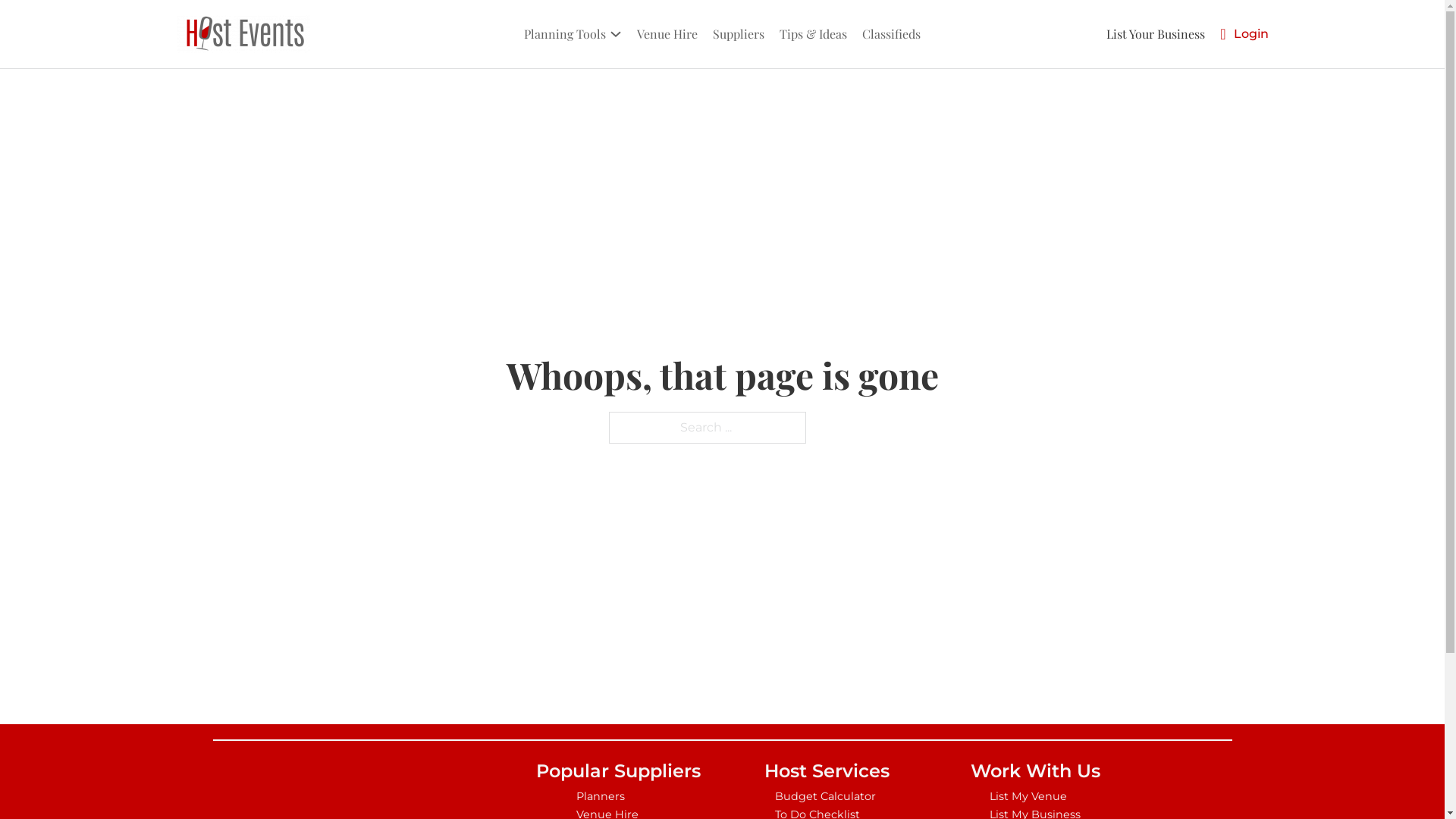 Image resolution: width=1456 pixels, height=819 pixels. I want to click on 'Login', so click(1250, 33).